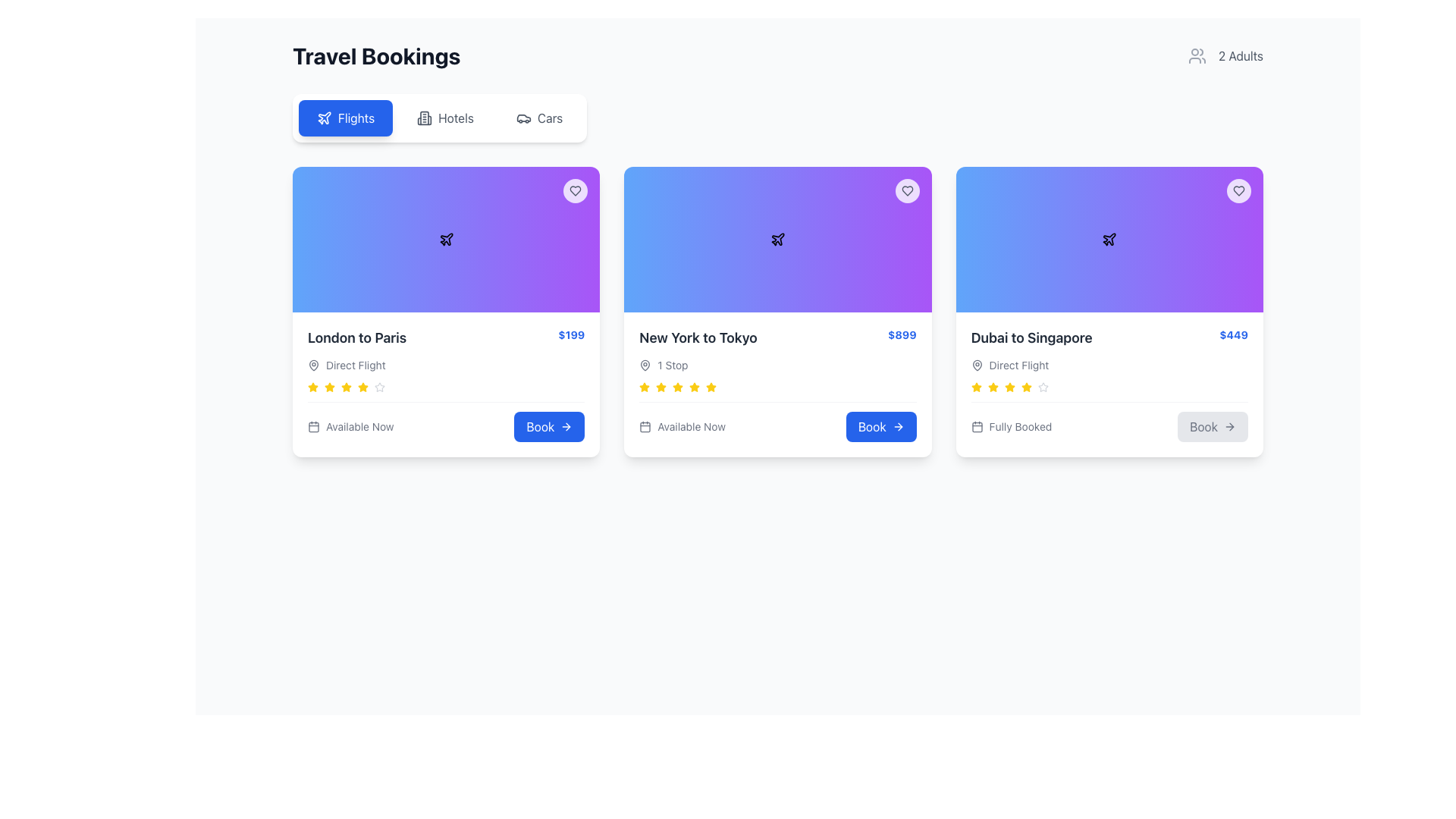 This screenshot has height=819, width=1456. Describe the element at coordinates (1026, 386) in the screenshot. I see `the fifth star icon in the rating component located below the title 'Dubai to Singapore' in the third card of the list` at that location.